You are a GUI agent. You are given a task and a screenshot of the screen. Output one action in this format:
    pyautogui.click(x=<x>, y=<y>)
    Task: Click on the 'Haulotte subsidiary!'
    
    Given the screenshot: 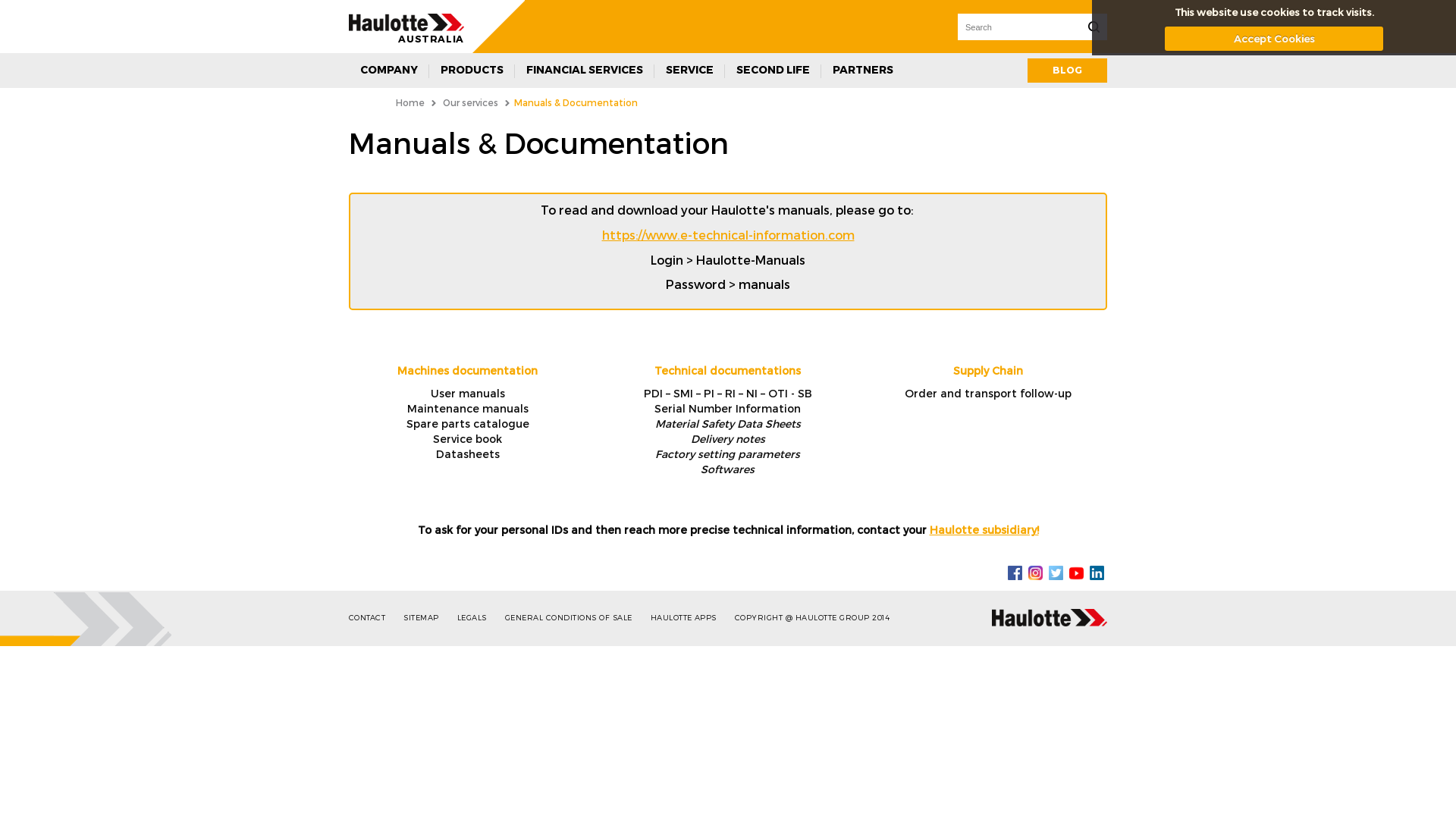 What is the action you would take?
    pyautogui.click(x=984, y=529)
    